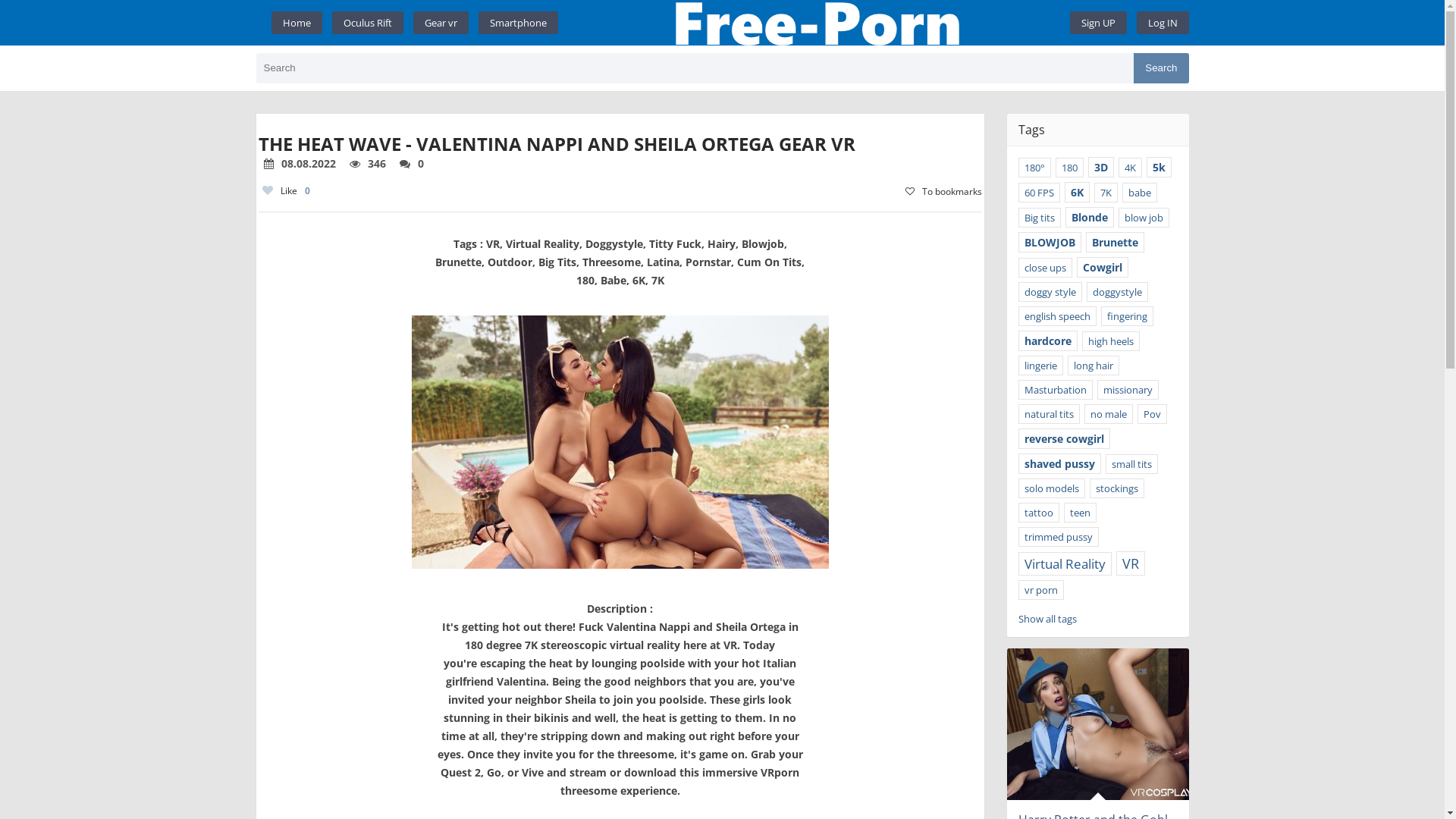  I want to click on 'Pov', so click(1152, 414).